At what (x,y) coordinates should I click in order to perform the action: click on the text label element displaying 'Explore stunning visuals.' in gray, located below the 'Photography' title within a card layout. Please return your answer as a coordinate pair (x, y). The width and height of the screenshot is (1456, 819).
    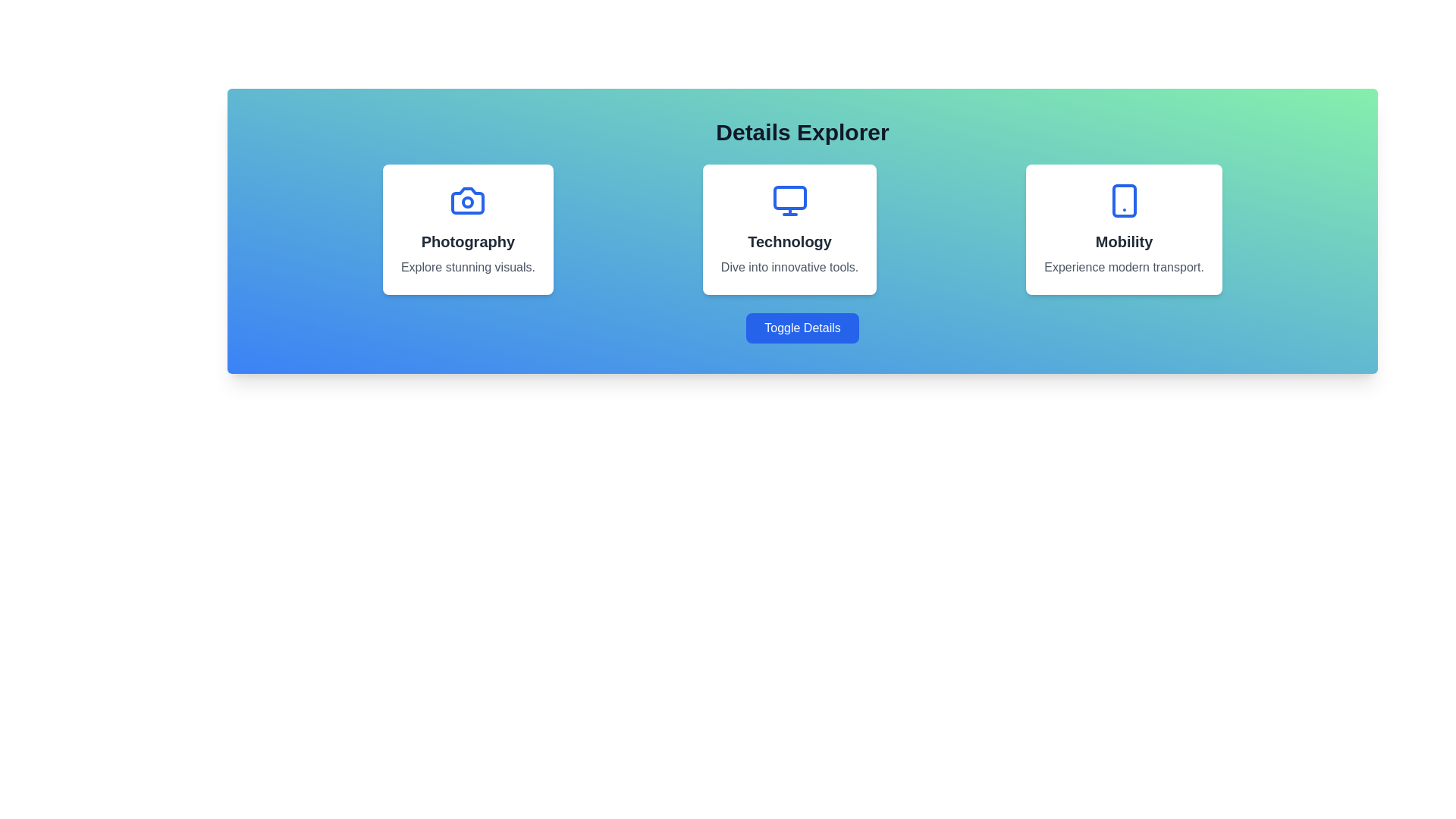
    Looking at the image, I should click on (467, 267).